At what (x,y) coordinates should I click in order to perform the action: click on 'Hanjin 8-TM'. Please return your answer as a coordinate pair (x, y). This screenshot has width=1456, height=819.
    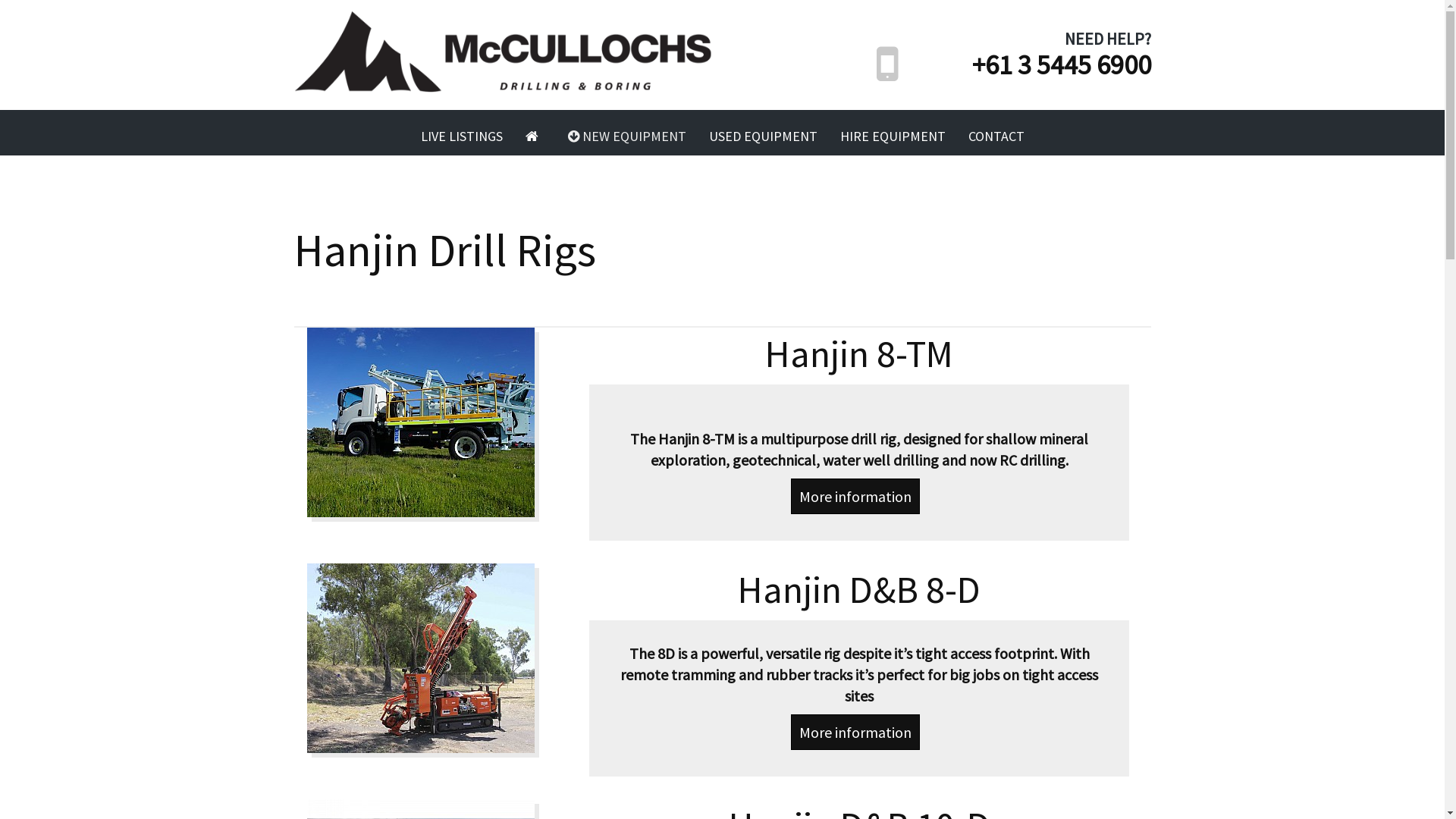
    Looking at the image, I should click on (435, 422).